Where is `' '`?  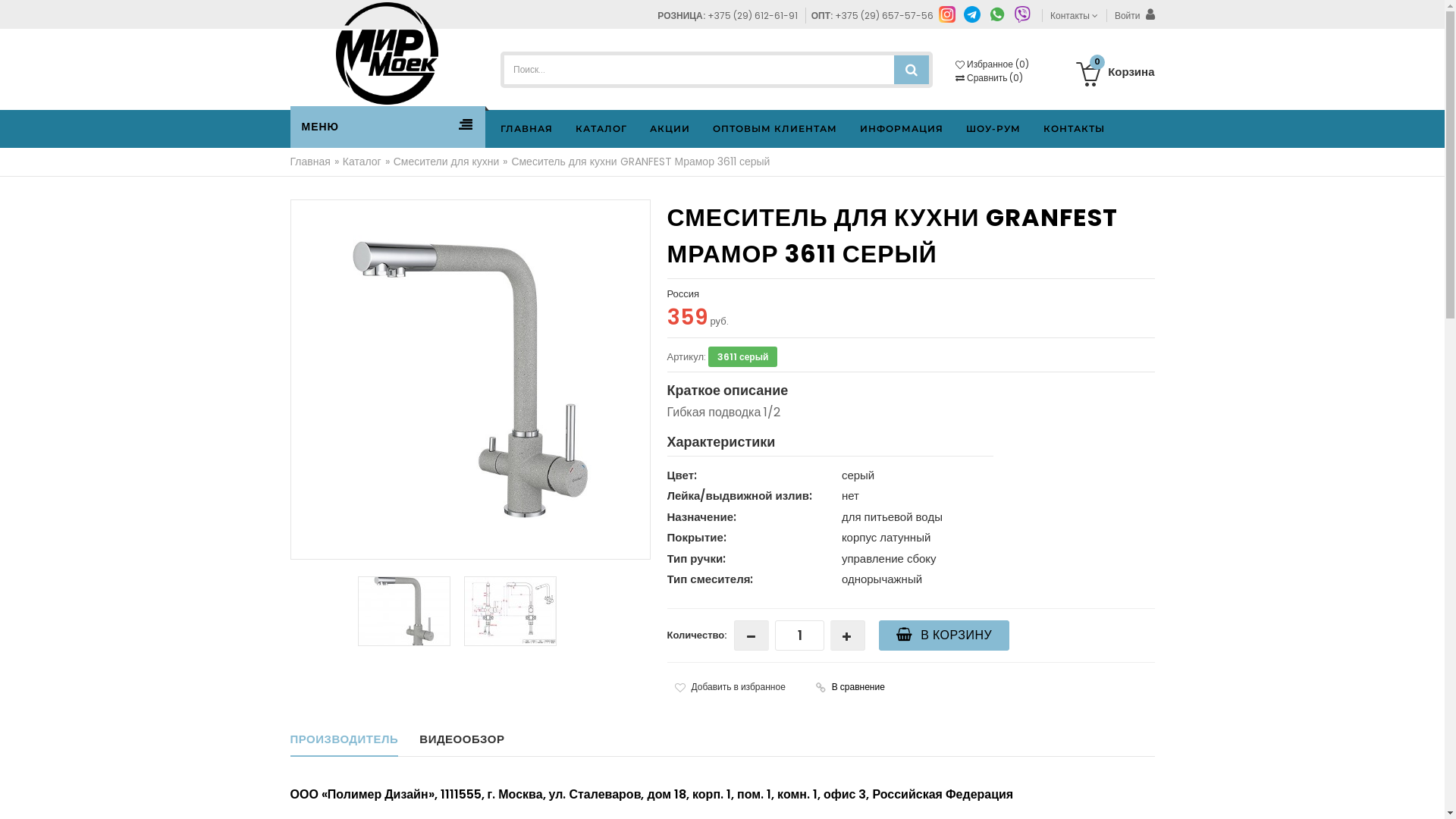
' ' is located at coordinates (847, 635).